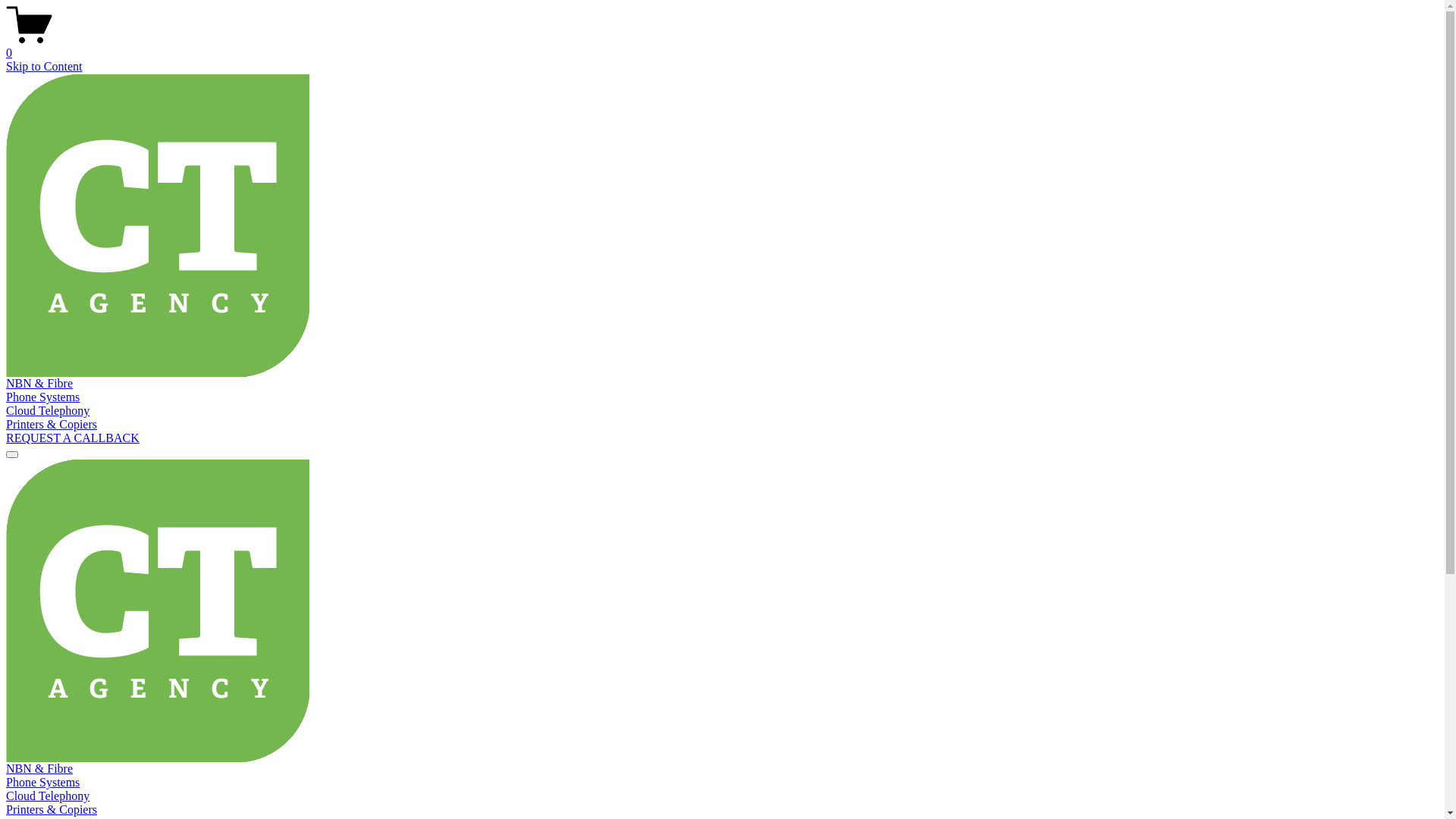 This screenshot has height=819, width=1456. Describe the element at coordinates (72, 438) in the screenshot. I see `'REQUEST A CALLBACK'` at that location.